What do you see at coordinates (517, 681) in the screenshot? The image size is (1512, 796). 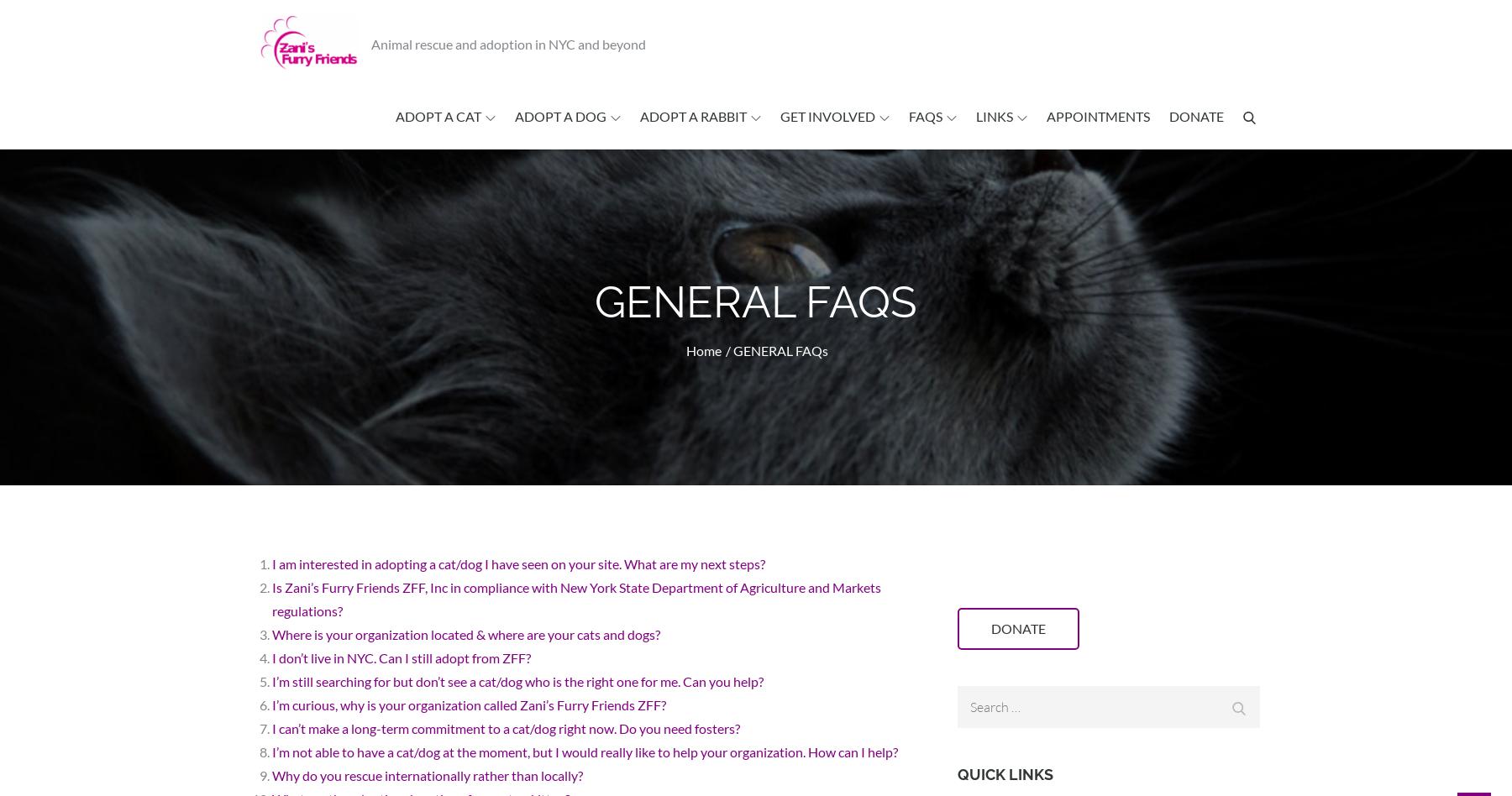 I see `'I’m still searching for but don’t see a cat/dog who is the right one for me. Can you help?'` at bounding box center [517, 681].